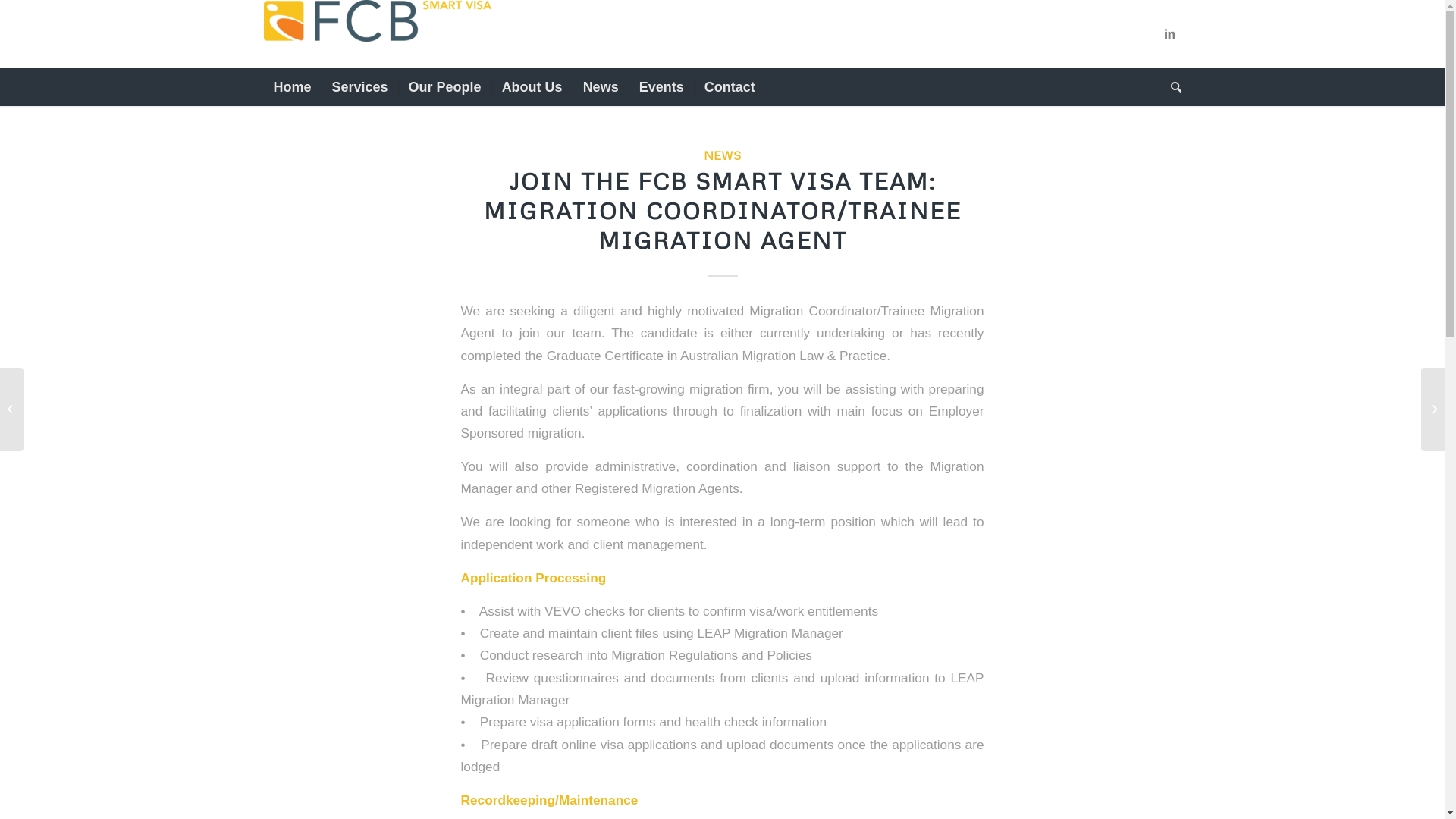 The width and height of the screenshot is (1456, 819). Describe the element at coordinates (532, 87) in the screenshot. I see `'About Us'` at that location.